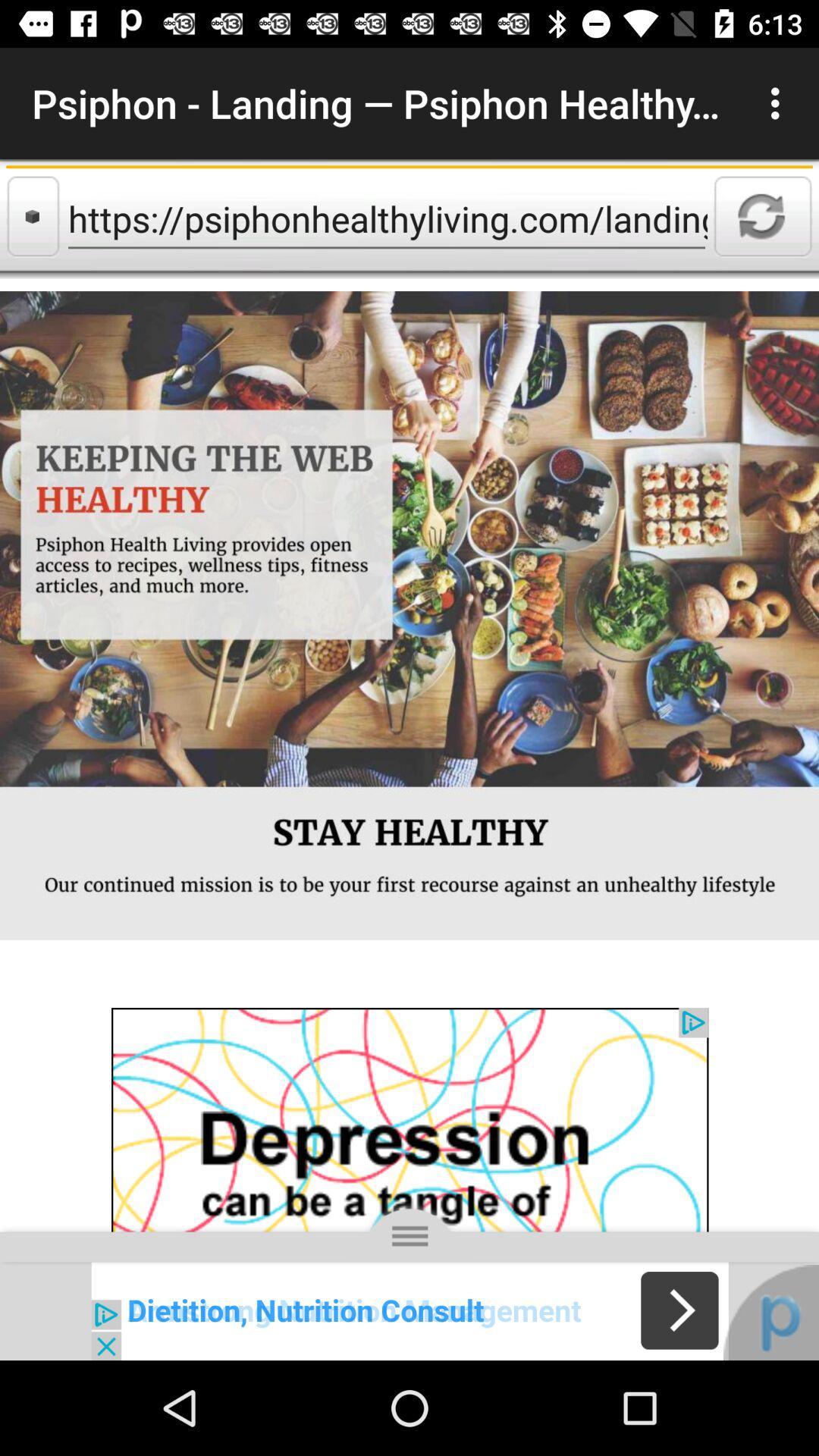 Image resolution: width=819 pixels, height=1456 pixels. What do you see at coordinates (763, 215) in the screenshot?
I see `the refresh icon` at bounding box center [763, 215].